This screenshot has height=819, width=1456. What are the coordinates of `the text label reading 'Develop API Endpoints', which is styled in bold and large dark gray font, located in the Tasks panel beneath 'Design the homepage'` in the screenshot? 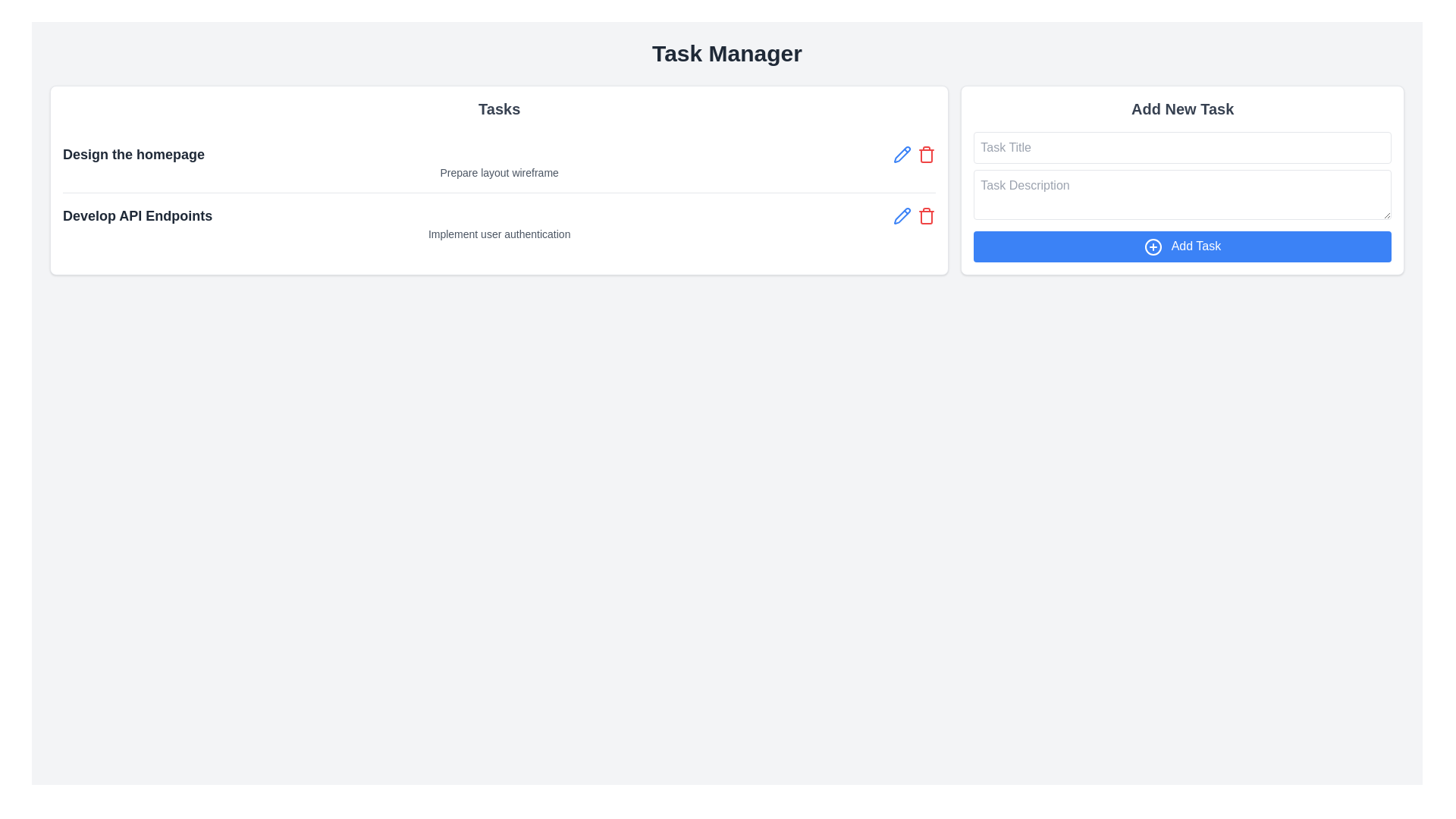 It's located at (137, 216).